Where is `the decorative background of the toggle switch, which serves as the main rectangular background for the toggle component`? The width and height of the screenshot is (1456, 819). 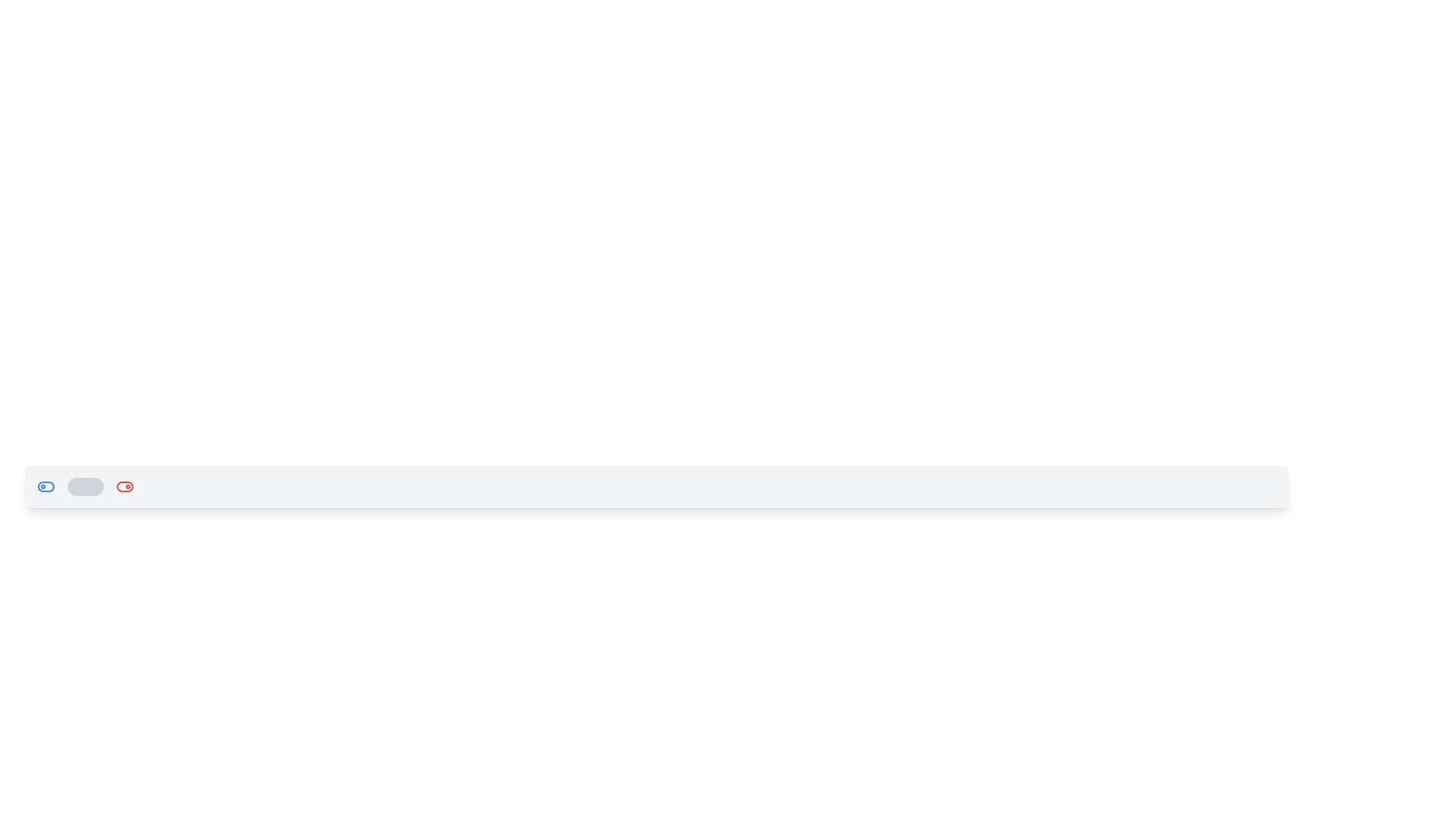 the decorative background of the toggle switch, which serves as the main rectangular background for the toggle component is located at coordinates (124, 486).